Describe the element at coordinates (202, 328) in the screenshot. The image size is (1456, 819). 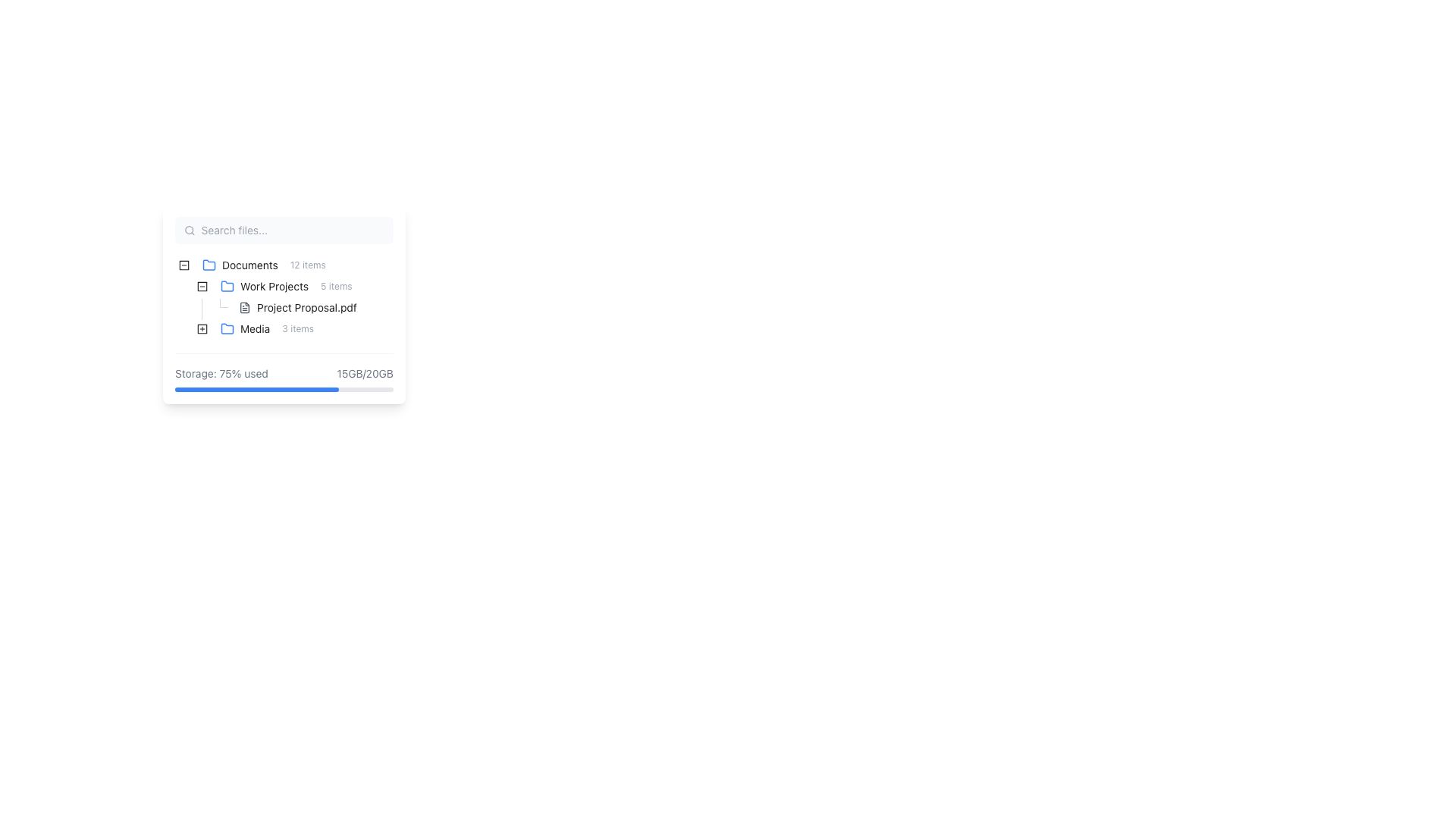
I see `the icon` at that location.